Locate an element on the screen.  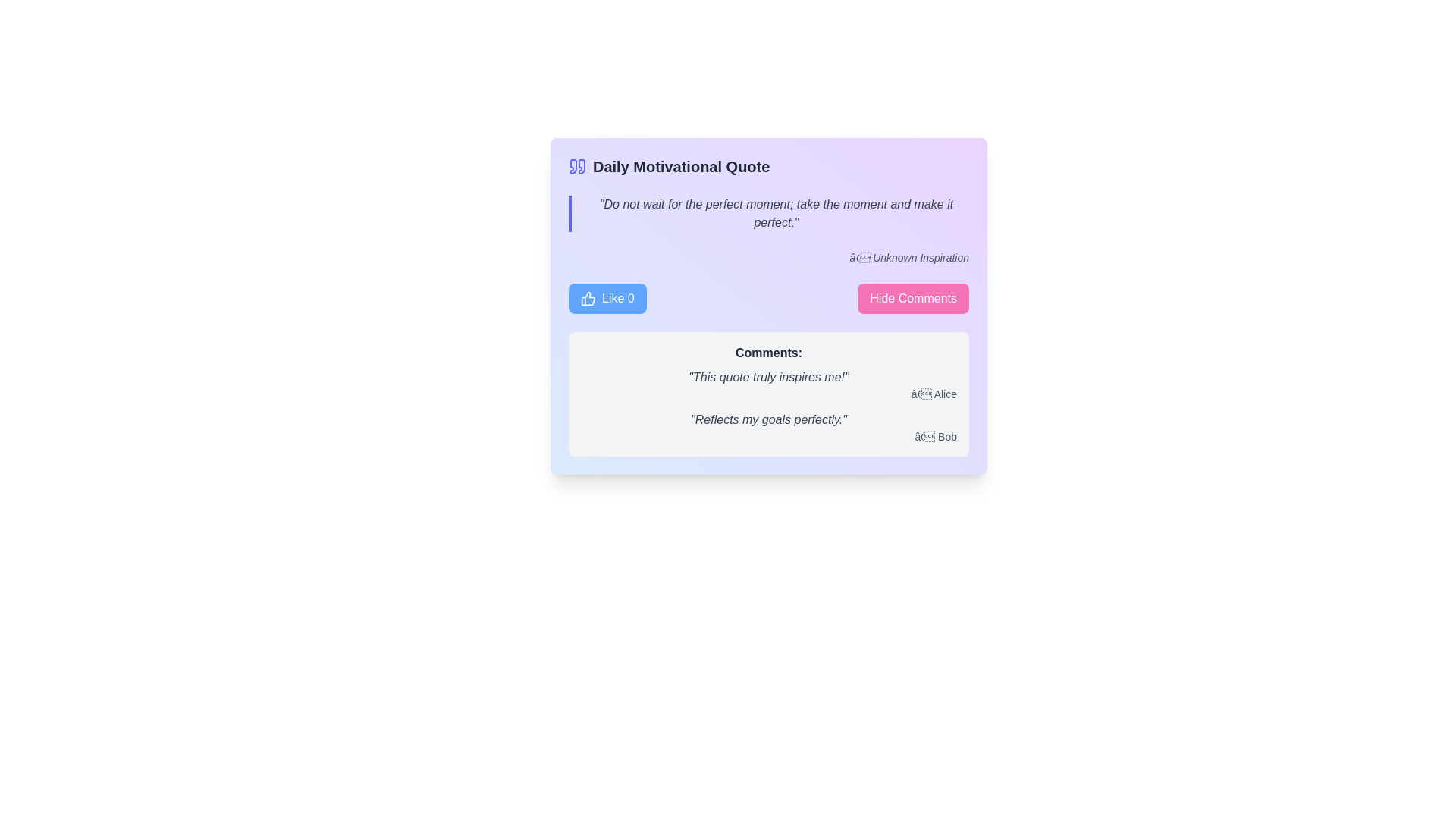
the first entry of the Display text with quote and attribution under the 'Comments:' section, which contains the quote 'This quote truly inspires me!' and is attributed to '— Alice' is located at coordinates (768, 384).